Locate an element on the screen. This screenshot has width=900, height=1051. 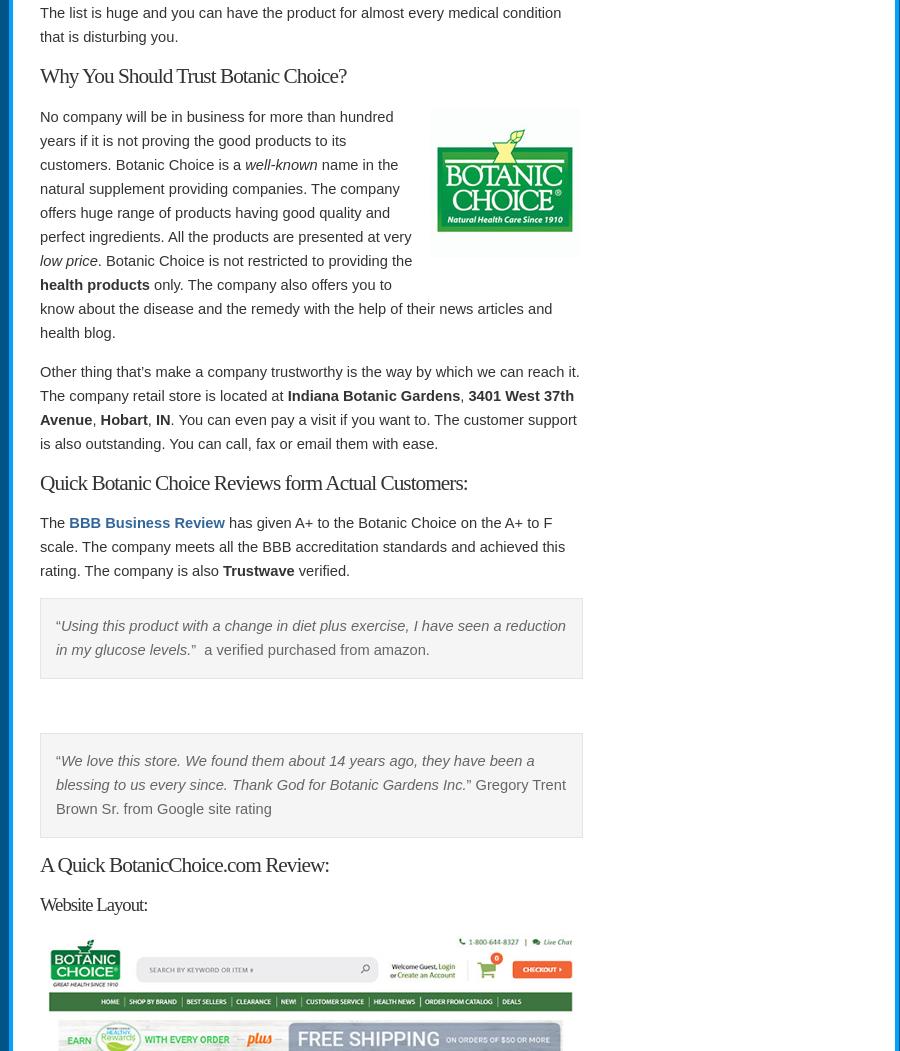
'verified.' is located at coordinates (293, 571).